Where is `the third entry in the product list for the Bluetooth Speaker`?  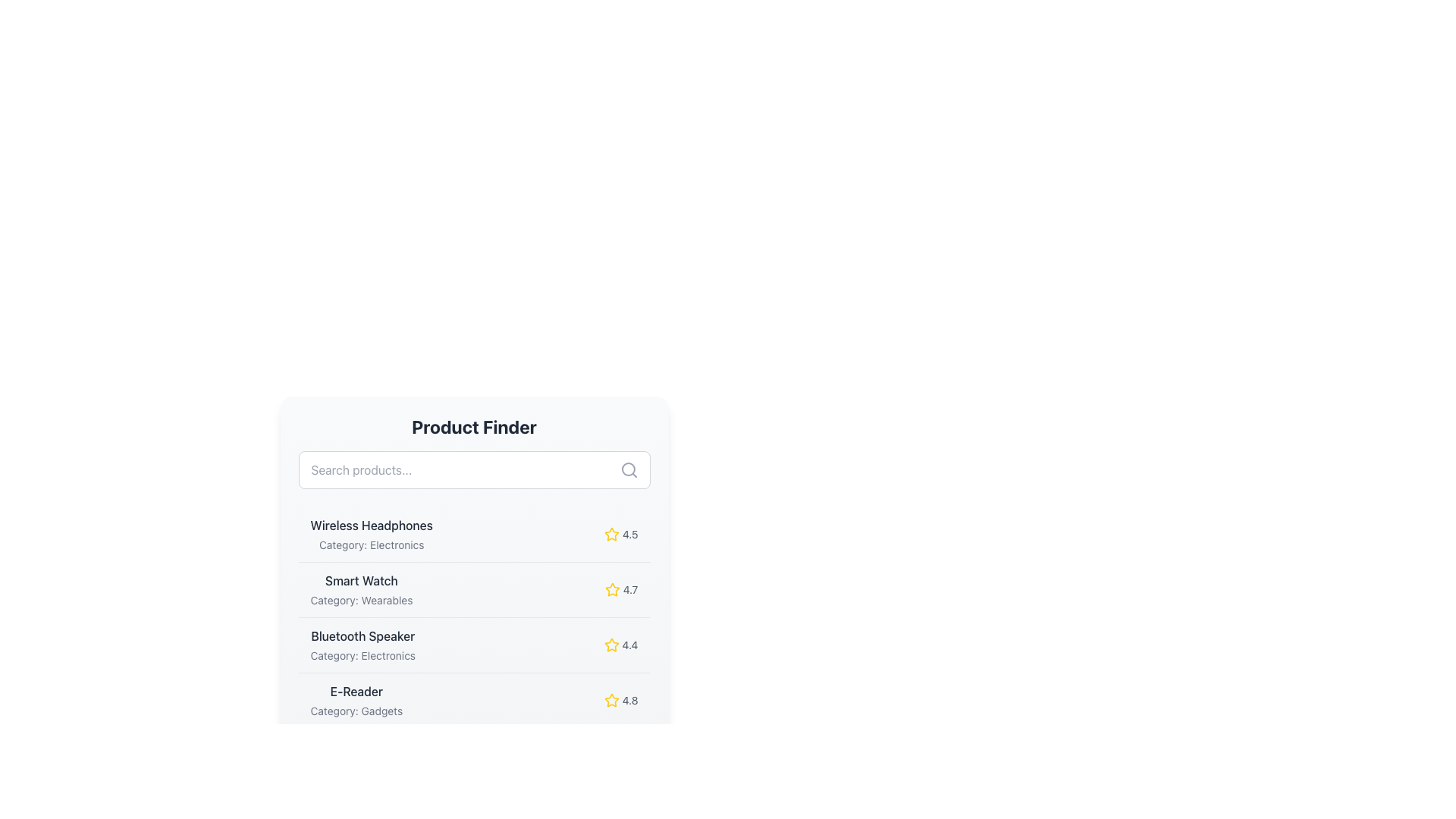
the third entry in the product list for the Bluetooth Speaker is located at coordinates (473, 645).